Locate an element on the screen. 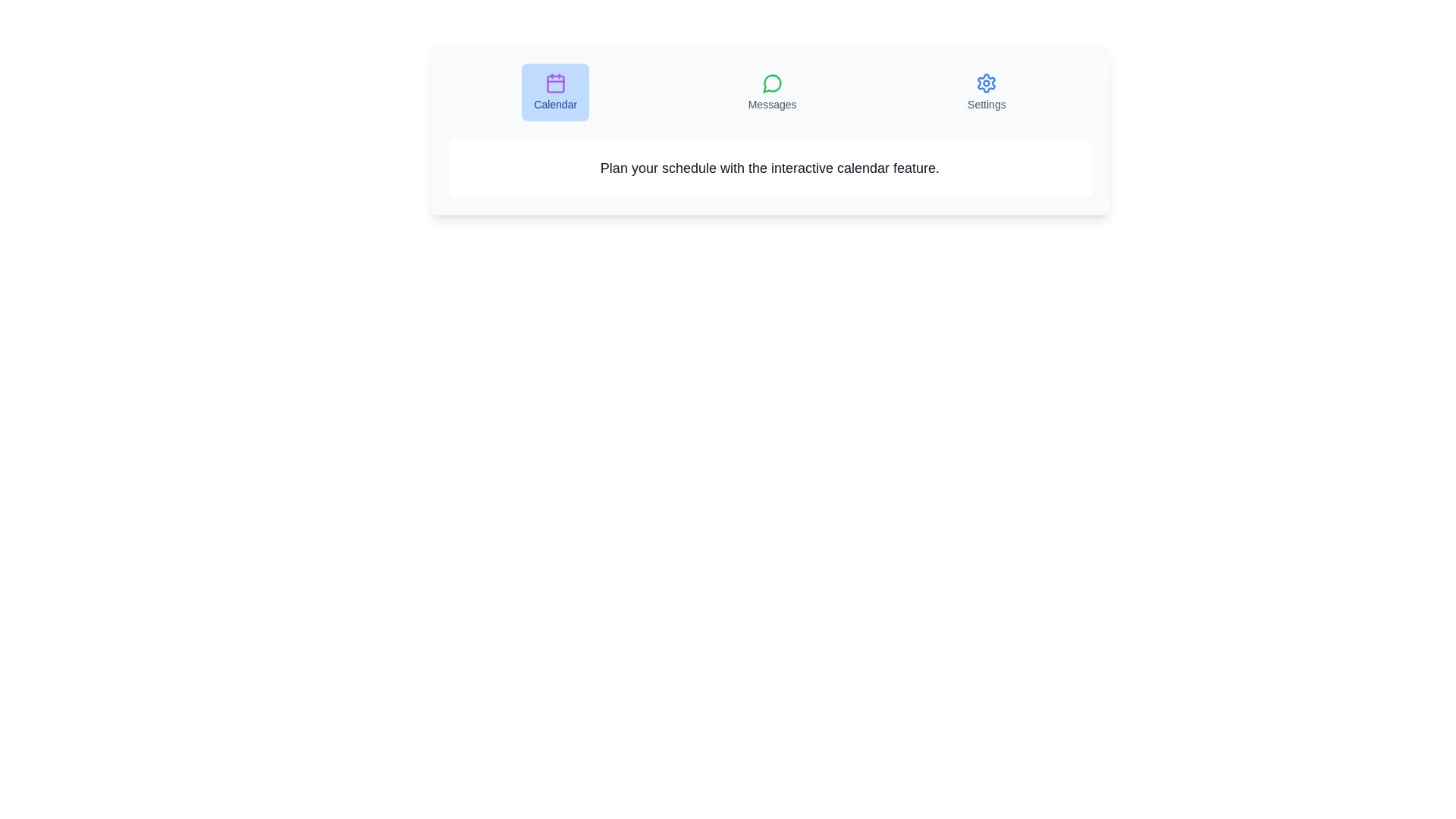 The height and width of the screenshot is (819, 1456). the Messages tab to view its content is located at coordinates (772, 93).